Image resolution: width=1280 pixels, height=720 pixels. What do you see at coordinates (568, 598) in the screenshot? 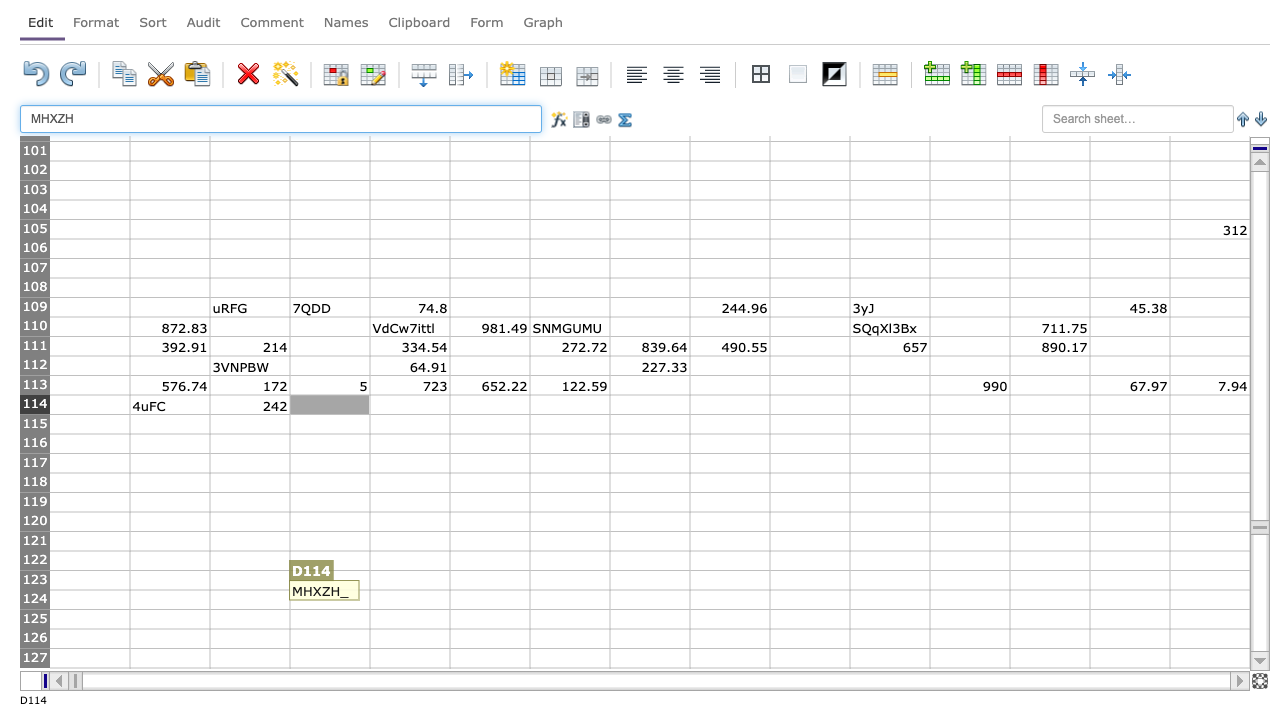
I see `cell G124` at bounding box center [568, 598].